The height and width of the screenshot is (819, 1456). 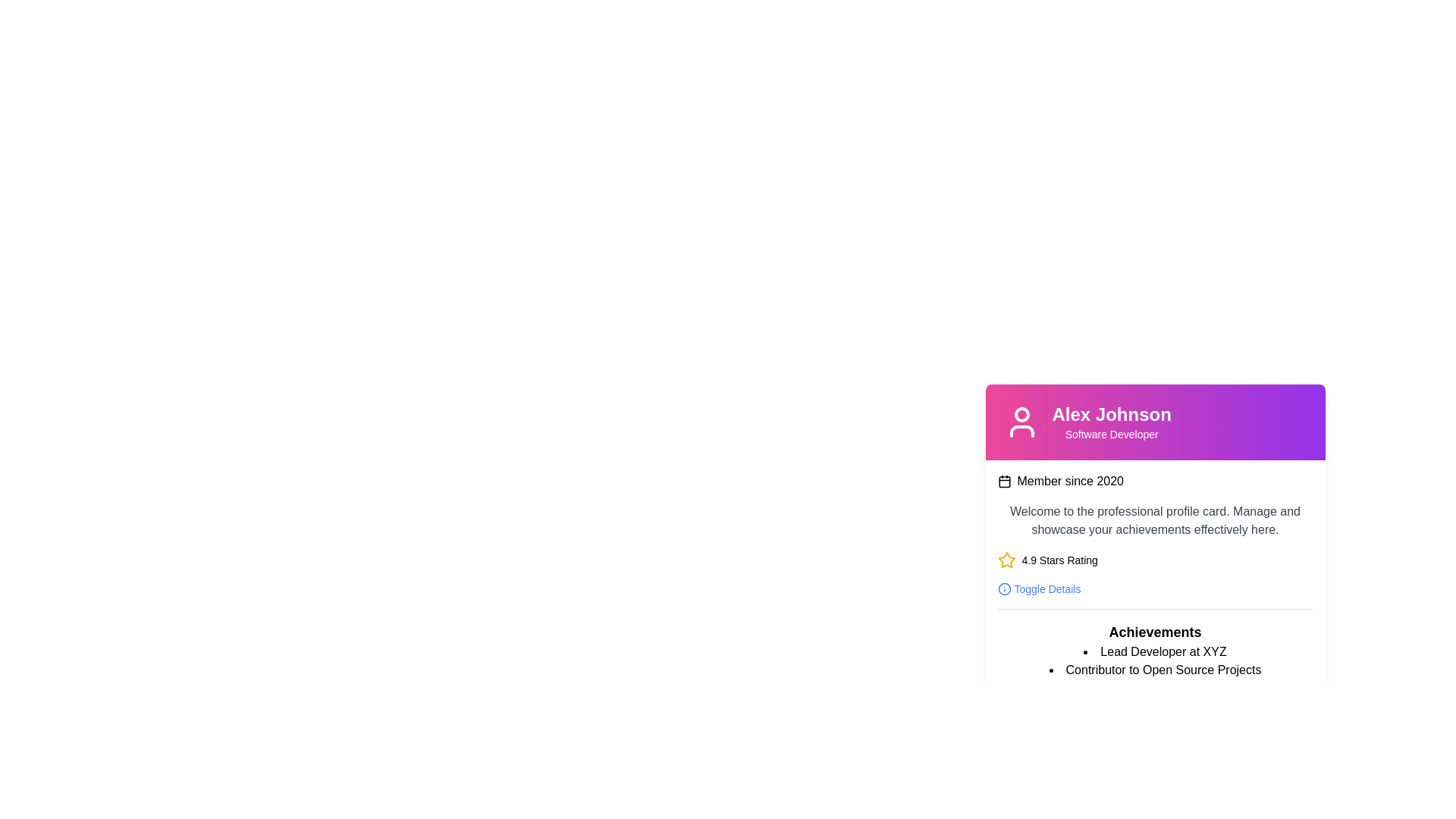 What do you see at coordinates (1154, 574) in the screenshot?
I see `the 'Toggle Details' link in the Profile card` at bounding box center [1154, 574].